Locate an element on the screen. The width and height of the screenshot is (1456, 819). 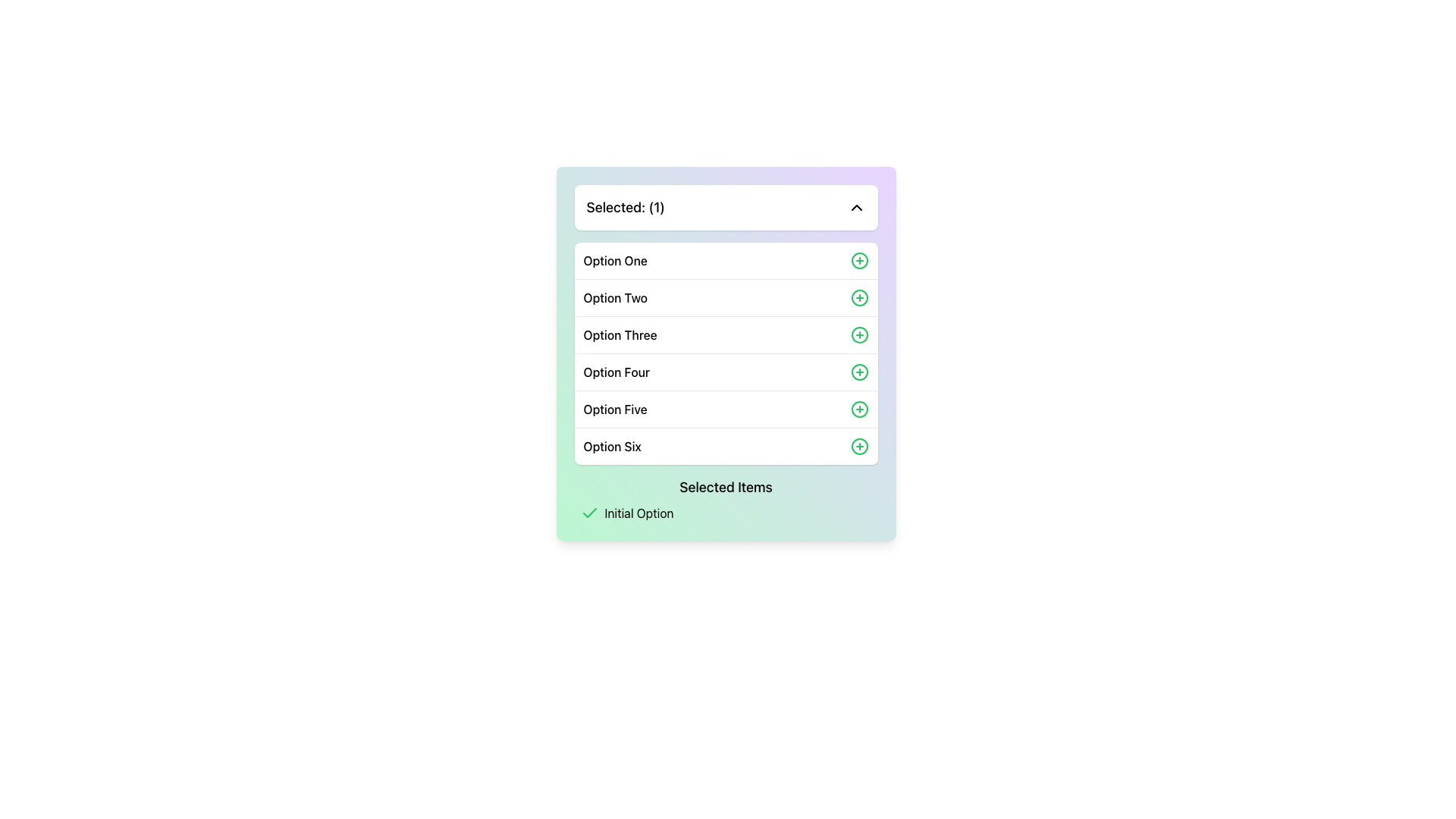
the green circular Action Button icon with a plus sign, located to the right of the 'Option Two' label in the vertically oriented list is located at coordinates (859, 298).